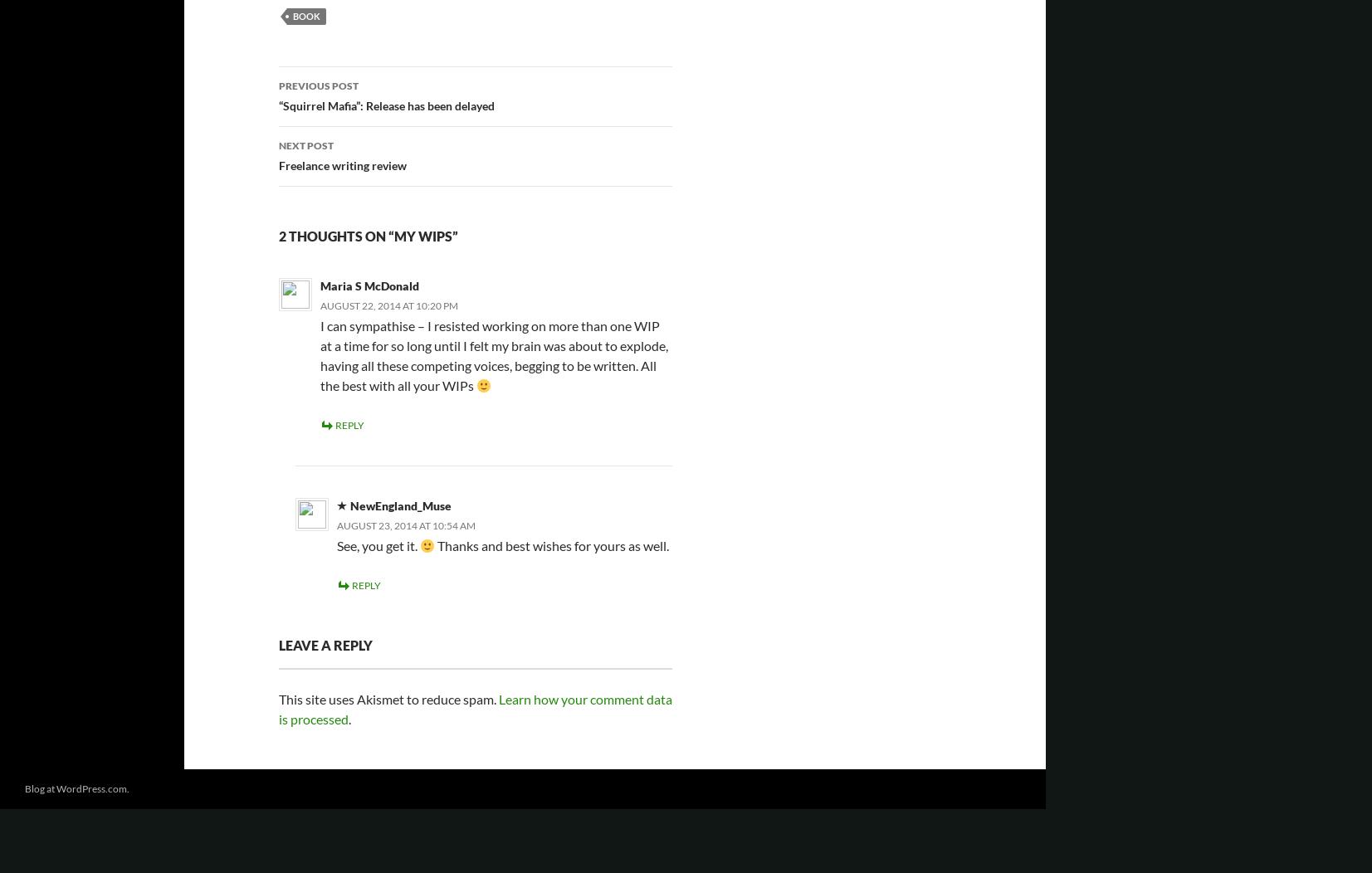 The width and height of the screenshot is (1372, 873). I want to click on 'NewEngland_Muse', so click(400, 504).